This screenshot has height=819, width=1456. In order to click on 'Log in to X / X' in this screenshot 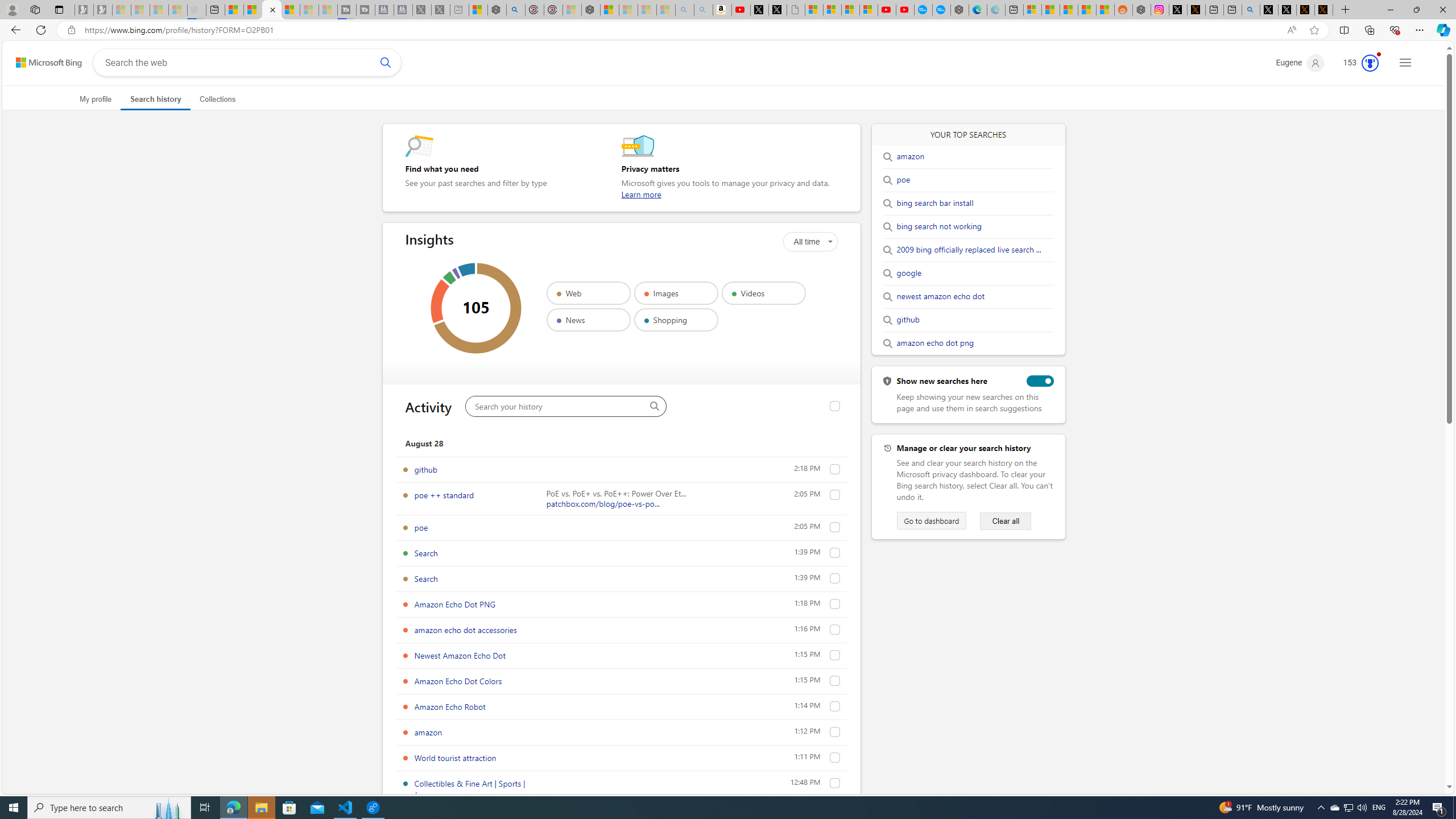, I will do `click(1178, 9)`.